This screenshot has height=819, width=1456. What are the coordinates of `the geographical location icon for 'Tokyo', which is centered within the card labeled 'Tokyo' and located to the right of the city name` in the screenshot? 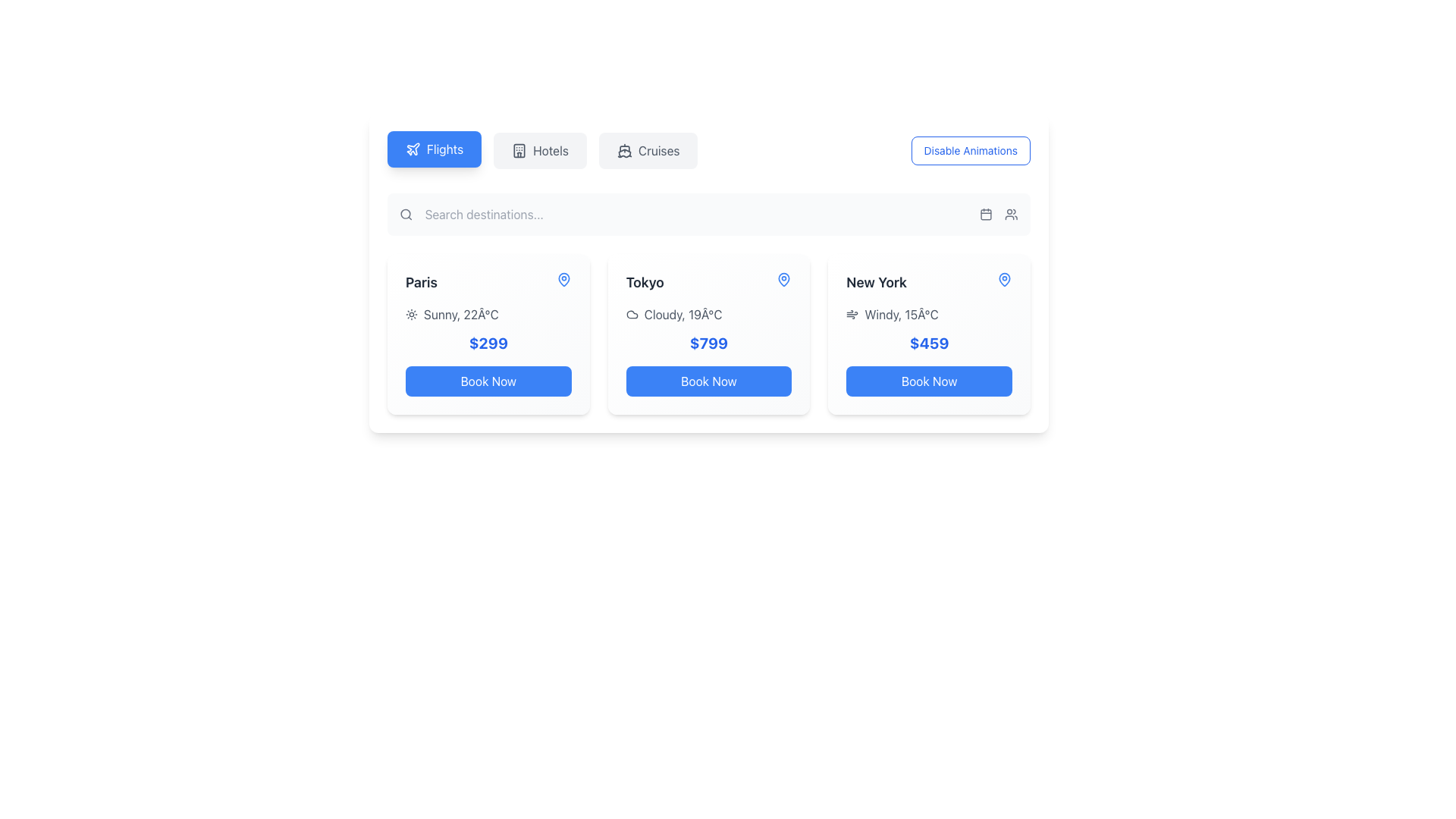 It's located at (784, 280).